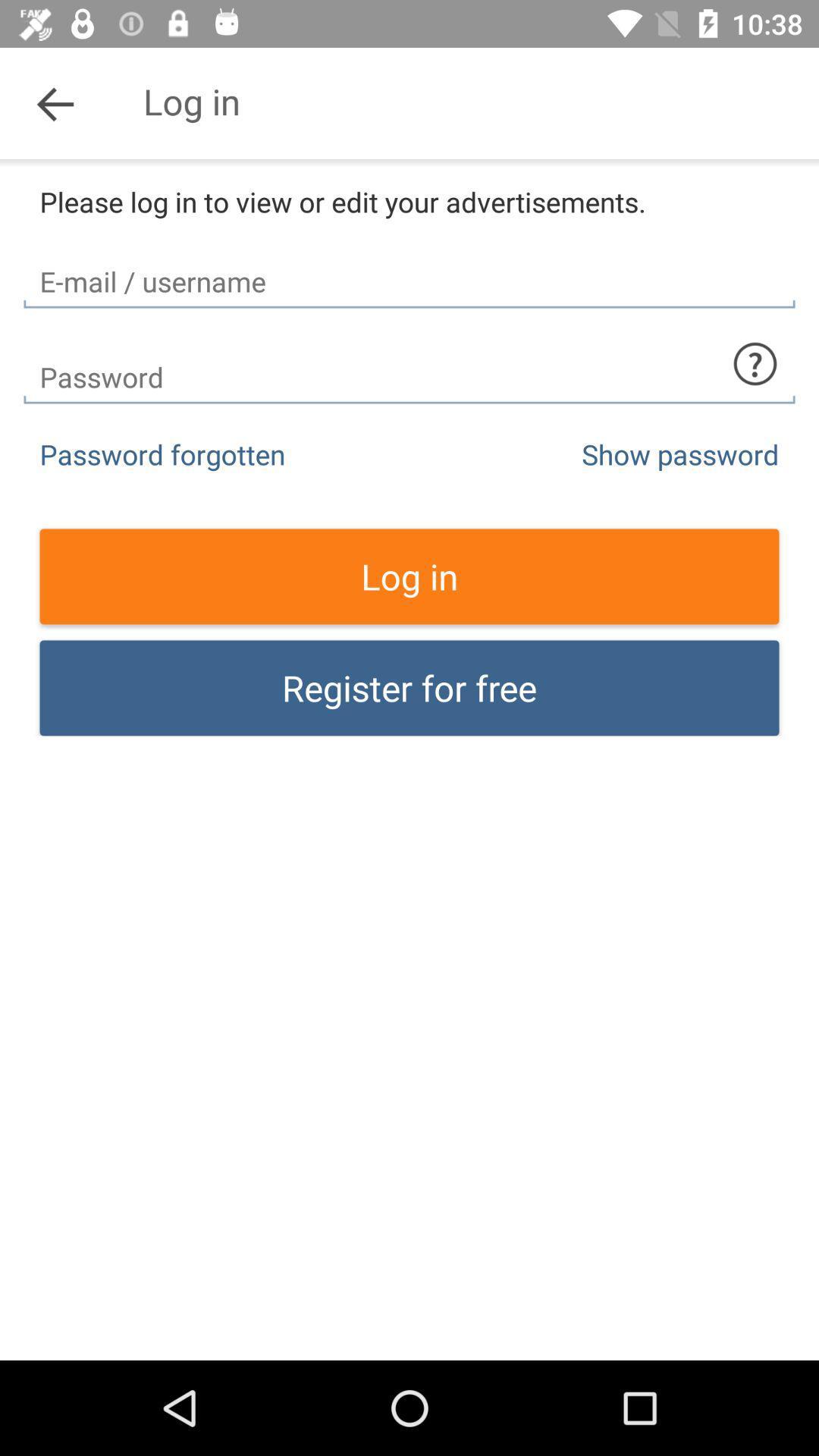  What do you see at coordinates (409, 687) in the screenshot?
I see `register for free item` at bounding box center [409, 687].